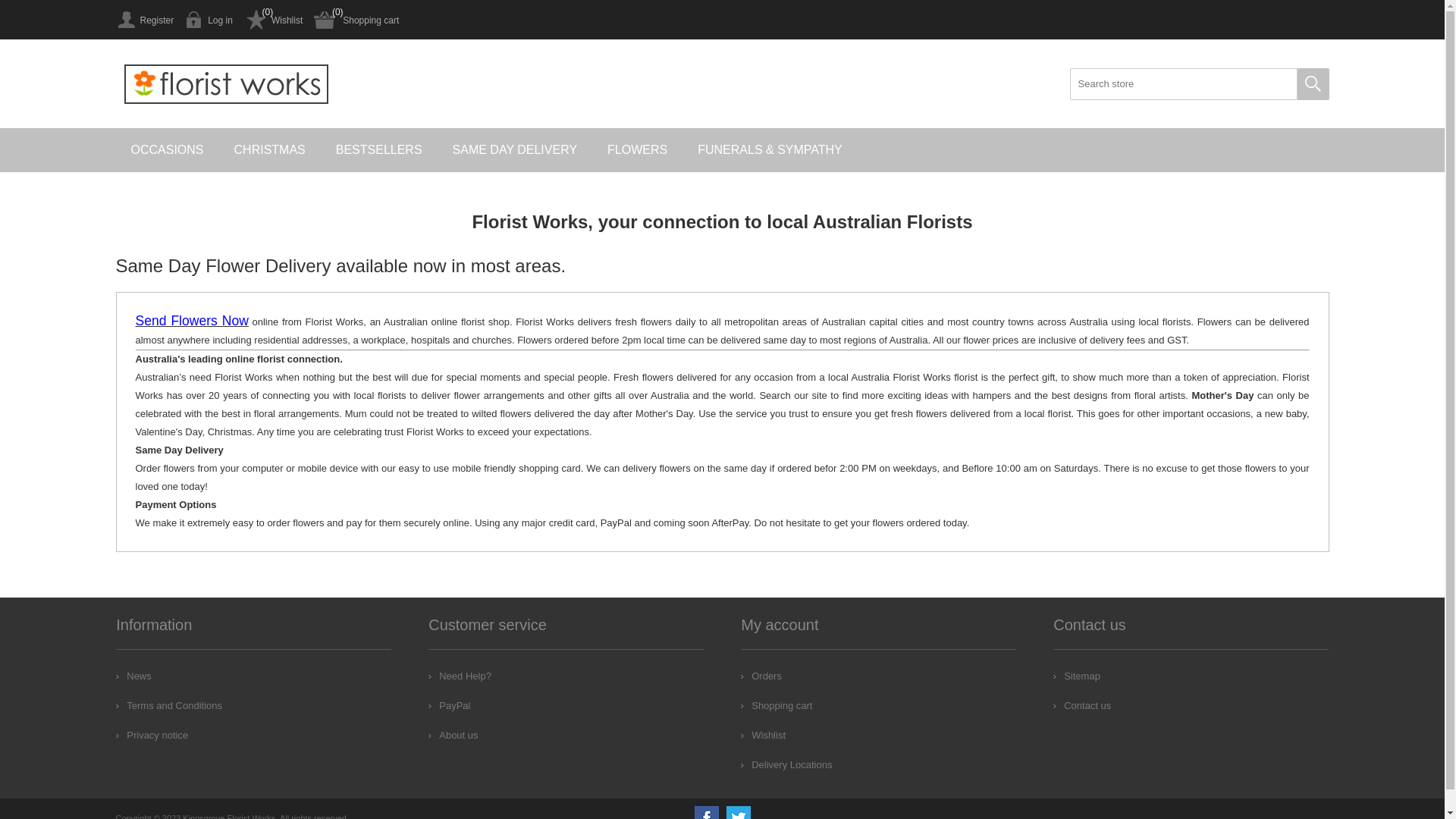 The image size is (1456, 819). I want to click on 'Delivery Locations', so click(741, 764).